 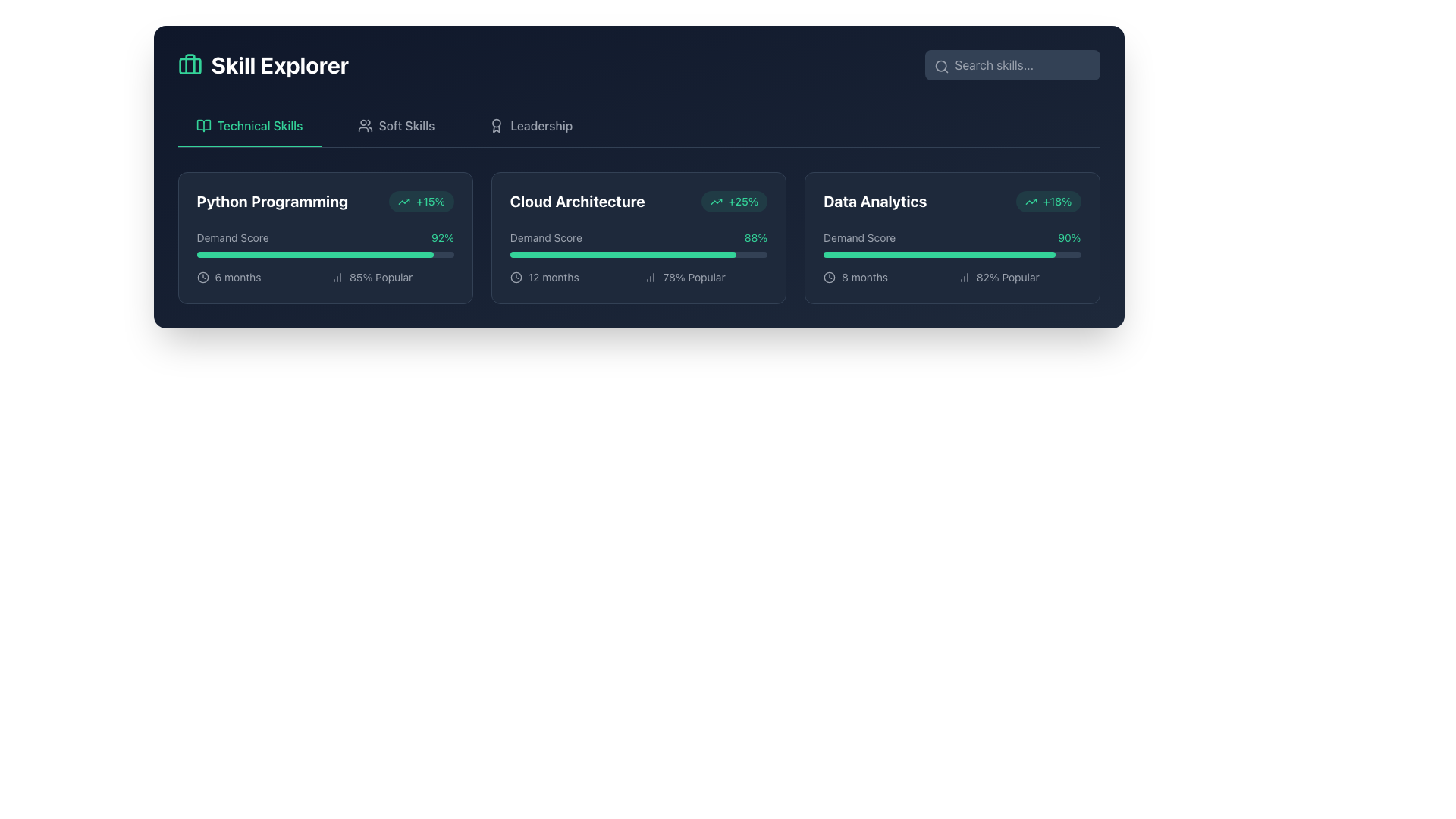 What do you see at coordinates (639, 243) in the screenshot?
I see `the progress bar fill representing the demand score of 'Cloud Architecture', which shows '88%' in green, located in the middle card of the 'Skill Explorer' section` at bounding box center [639, 243].